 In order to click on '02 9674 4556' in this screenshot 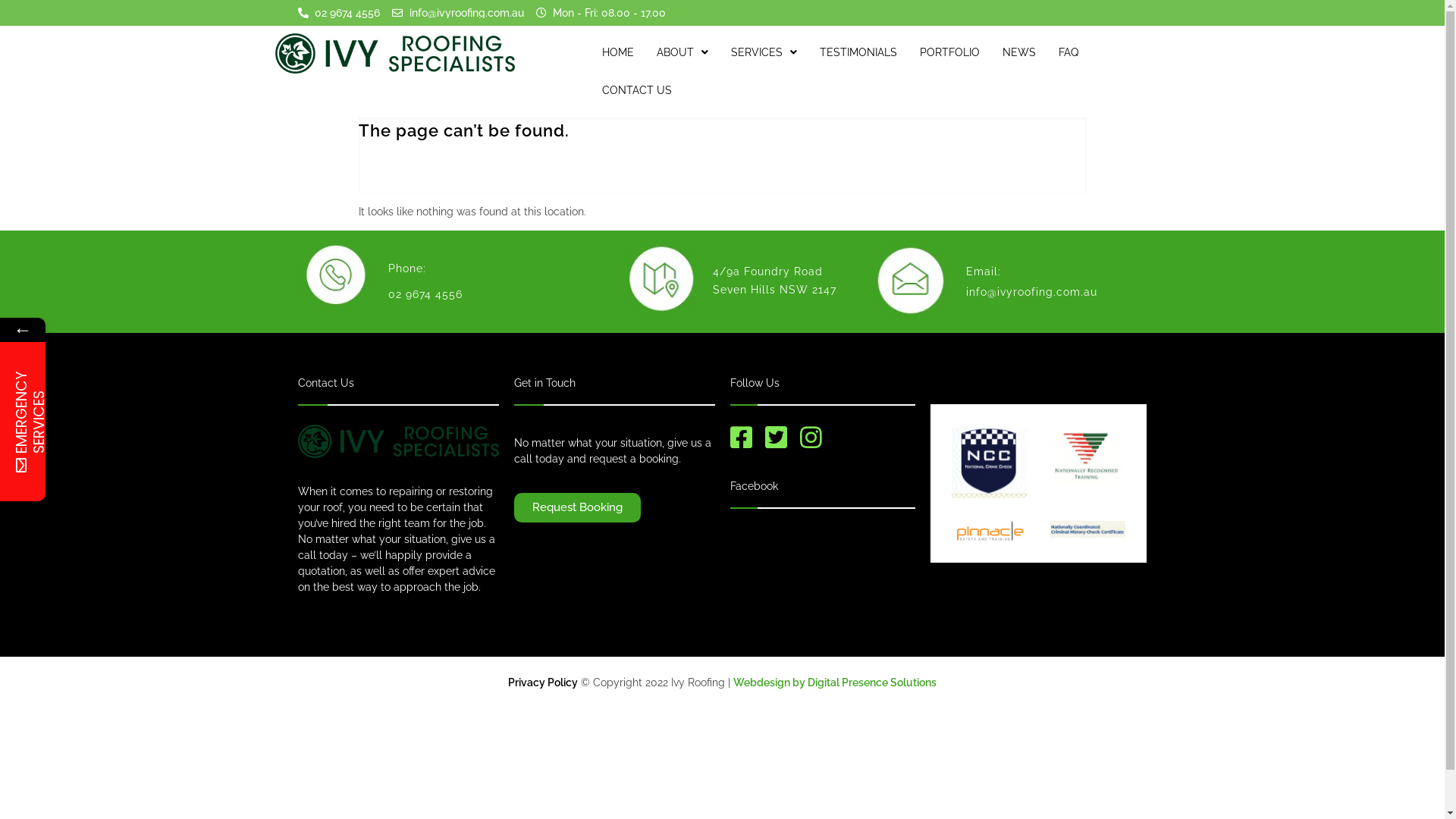, I will do `click(337, 12)`.